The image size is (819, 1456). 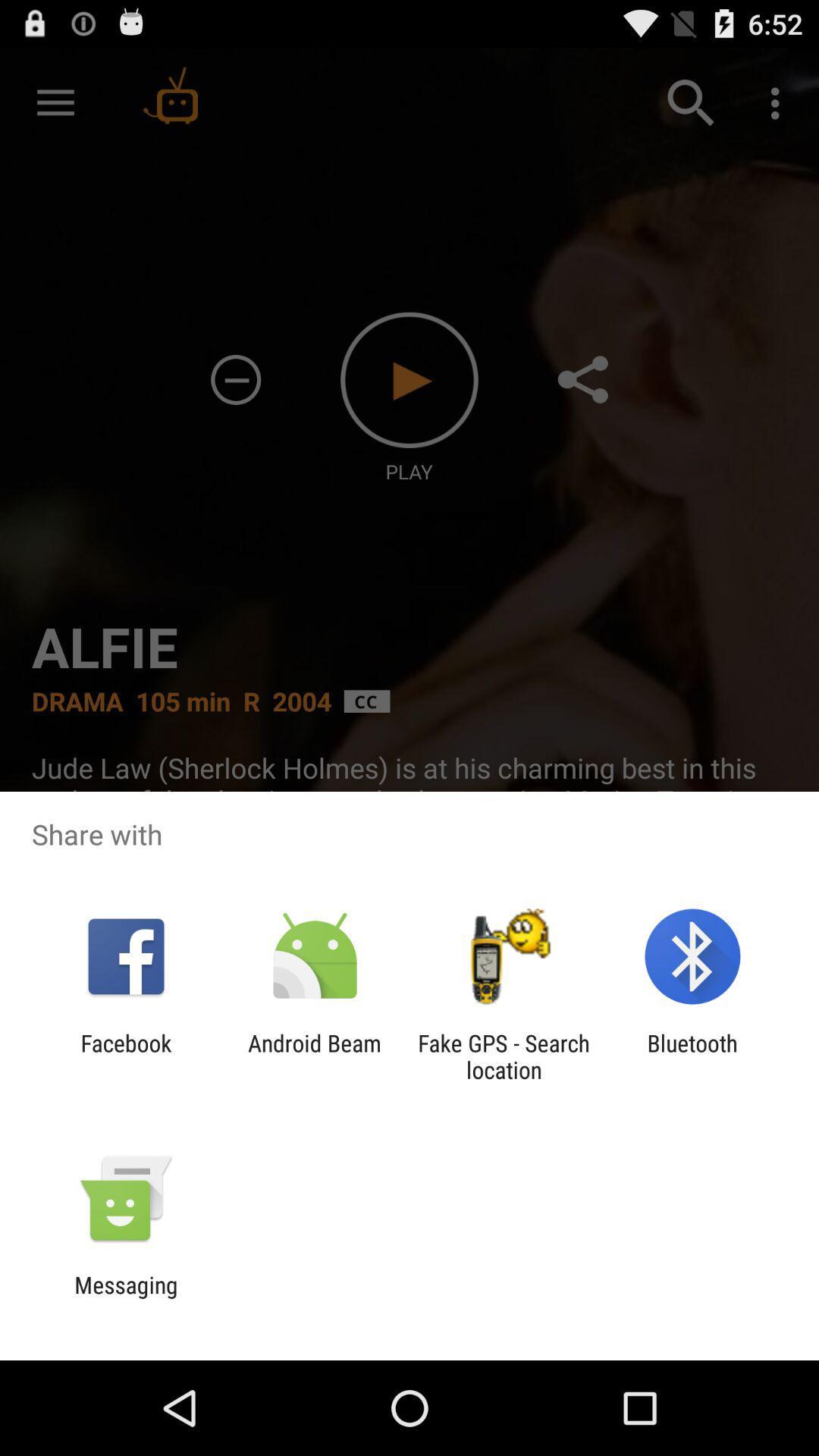 What do you see at coordinates (125, 1298) in the screenshot?
I see `messaging` at bounding box center [125, 1298].